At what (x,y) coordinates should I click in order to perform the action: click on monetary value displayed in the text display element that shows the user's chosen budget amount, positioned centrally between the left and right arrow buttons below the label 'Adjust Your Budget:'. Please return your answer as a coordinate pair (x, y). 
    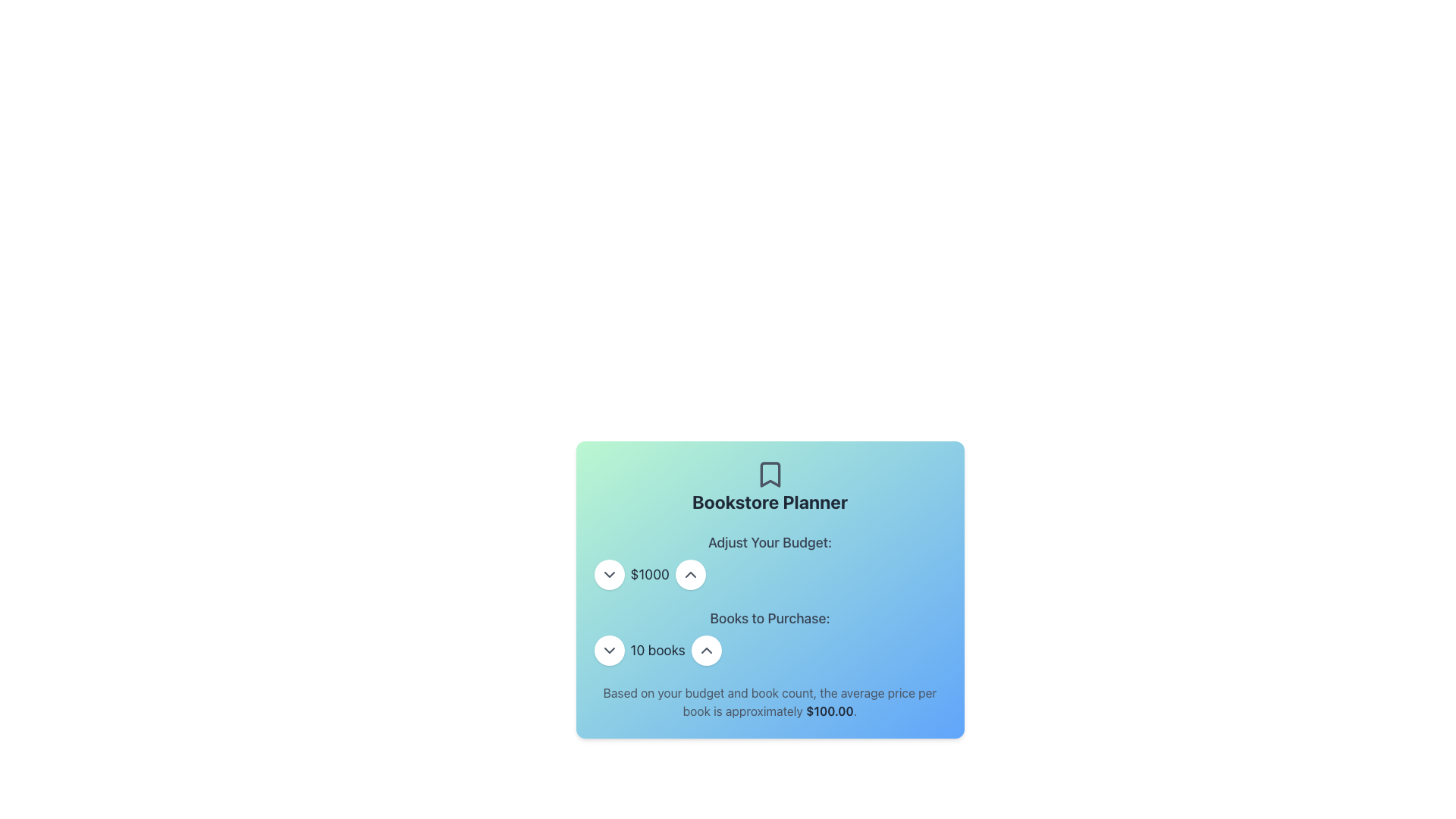
    Looking at the image, I should click on (650, 575).